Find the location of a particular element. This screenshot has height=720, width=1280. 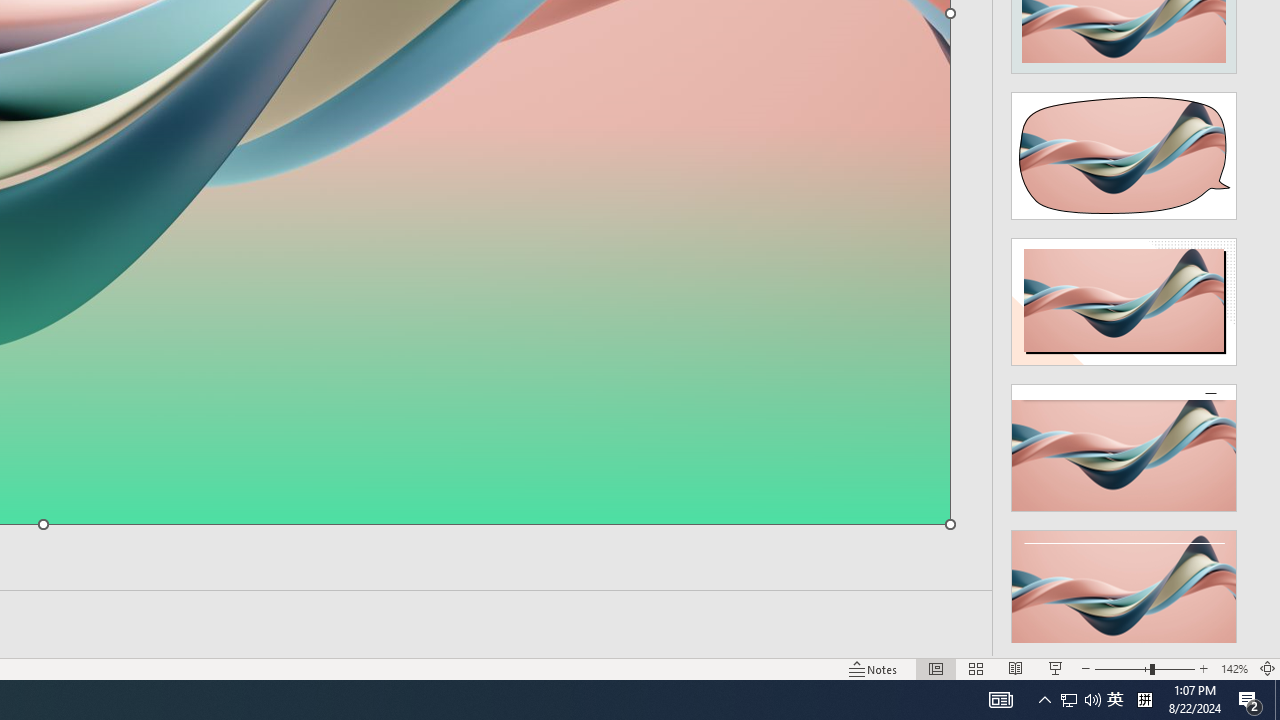

'Zoom 142%' is located at coordinates (1233, 669).